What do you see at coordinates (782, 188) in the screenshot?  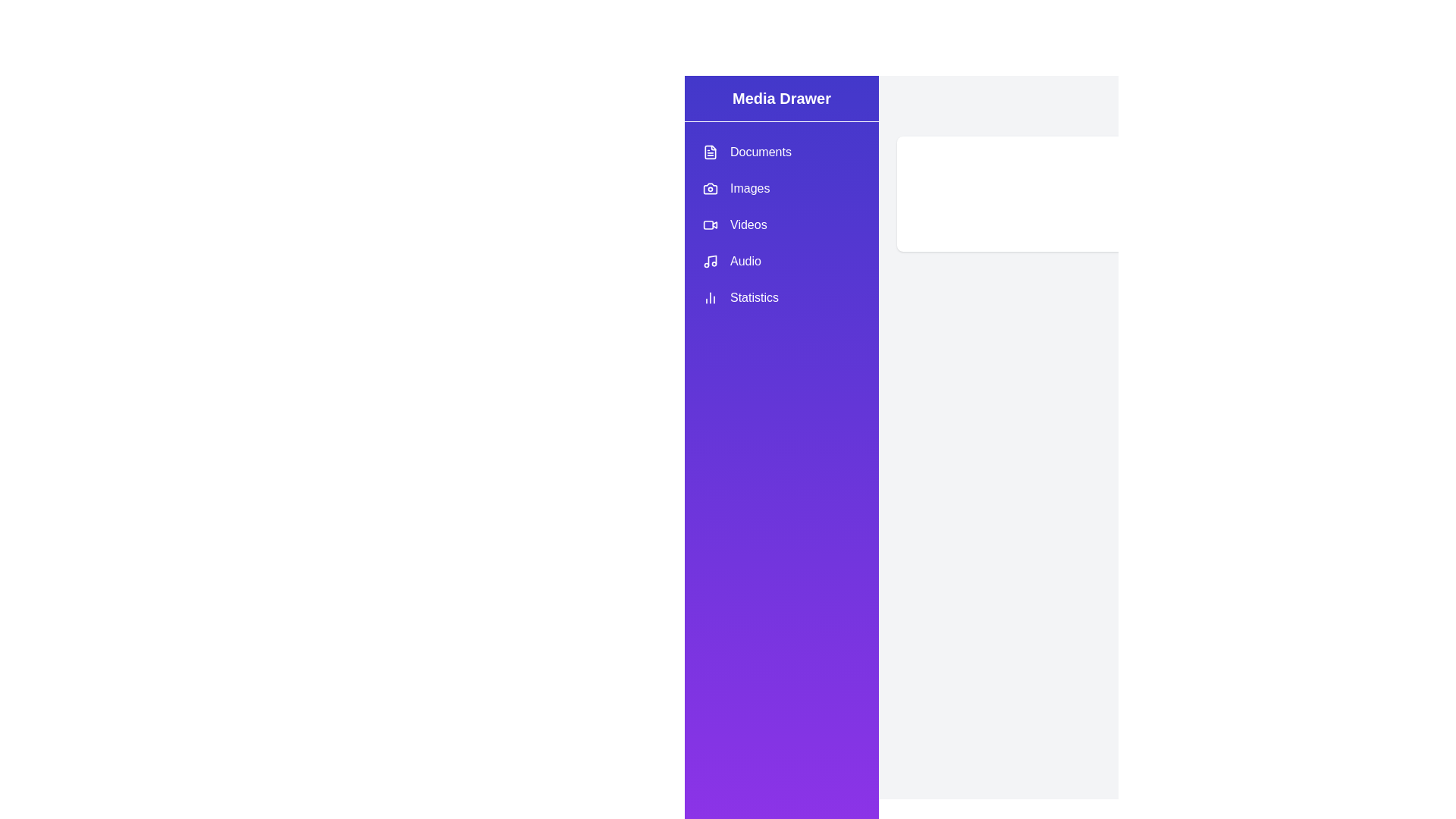 I see `the category Images in the drawer` at bounding box center [782, 188].